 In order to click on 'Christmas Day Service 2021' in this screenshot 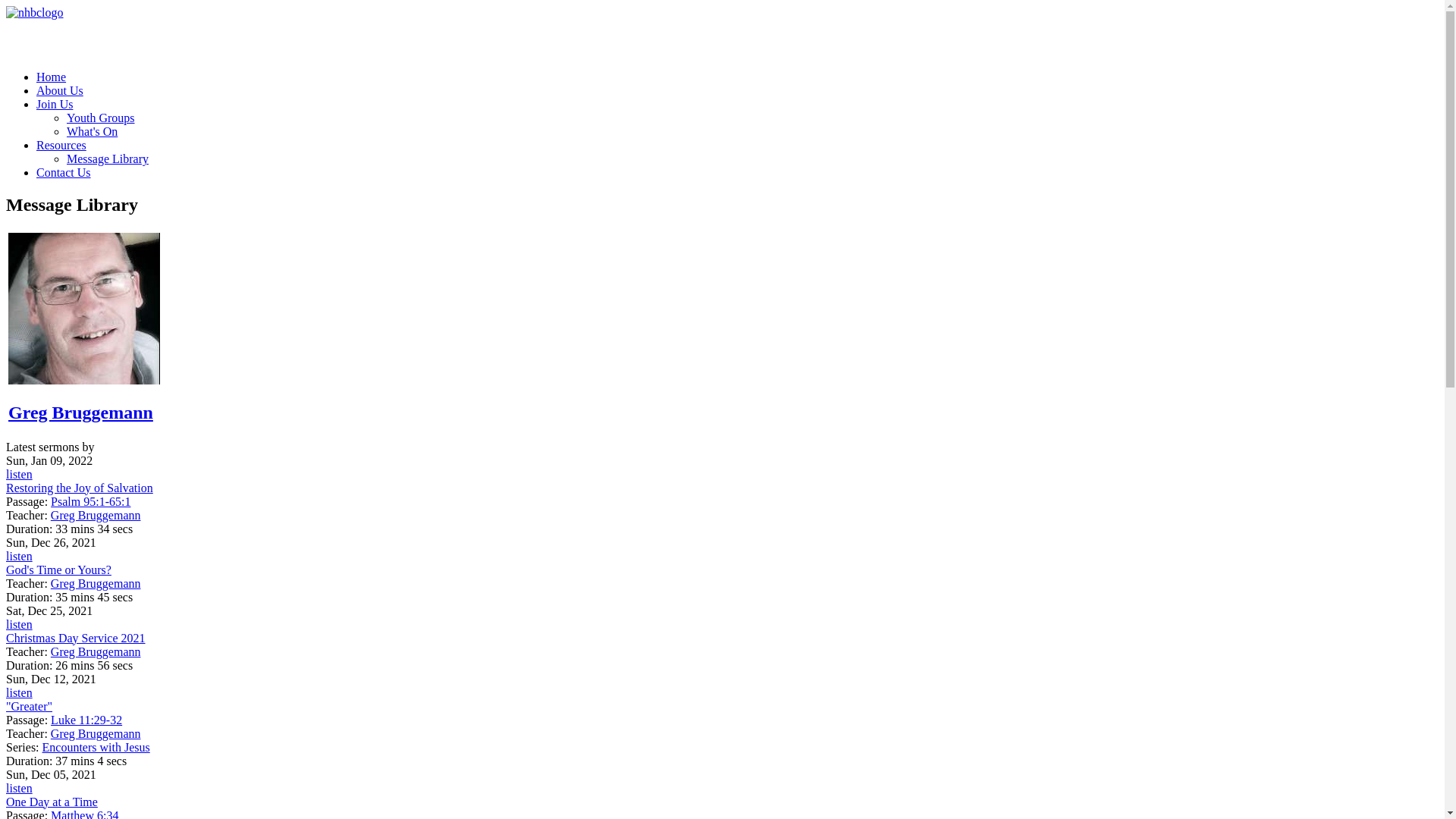, I will do `click(75, 638)`.